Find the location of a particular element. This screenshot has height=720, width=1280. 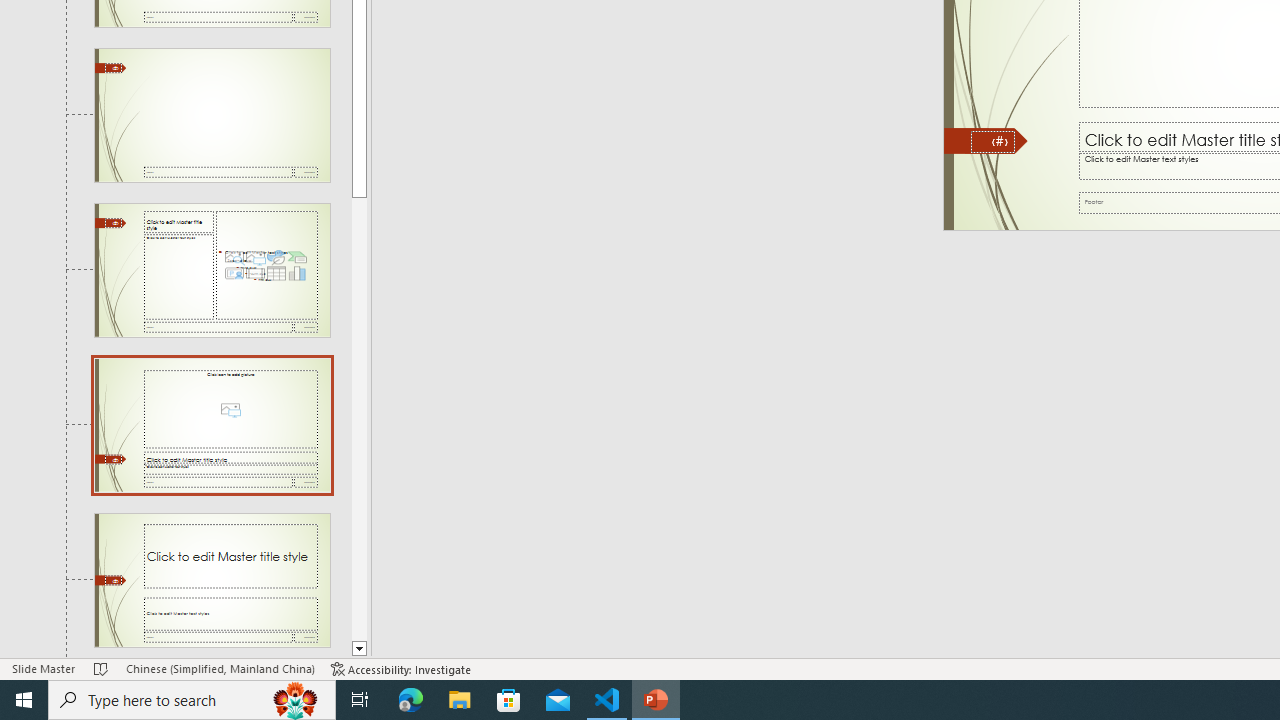

'Slide Blank Layout: used by no slides' is located at coordinates (212, 115).